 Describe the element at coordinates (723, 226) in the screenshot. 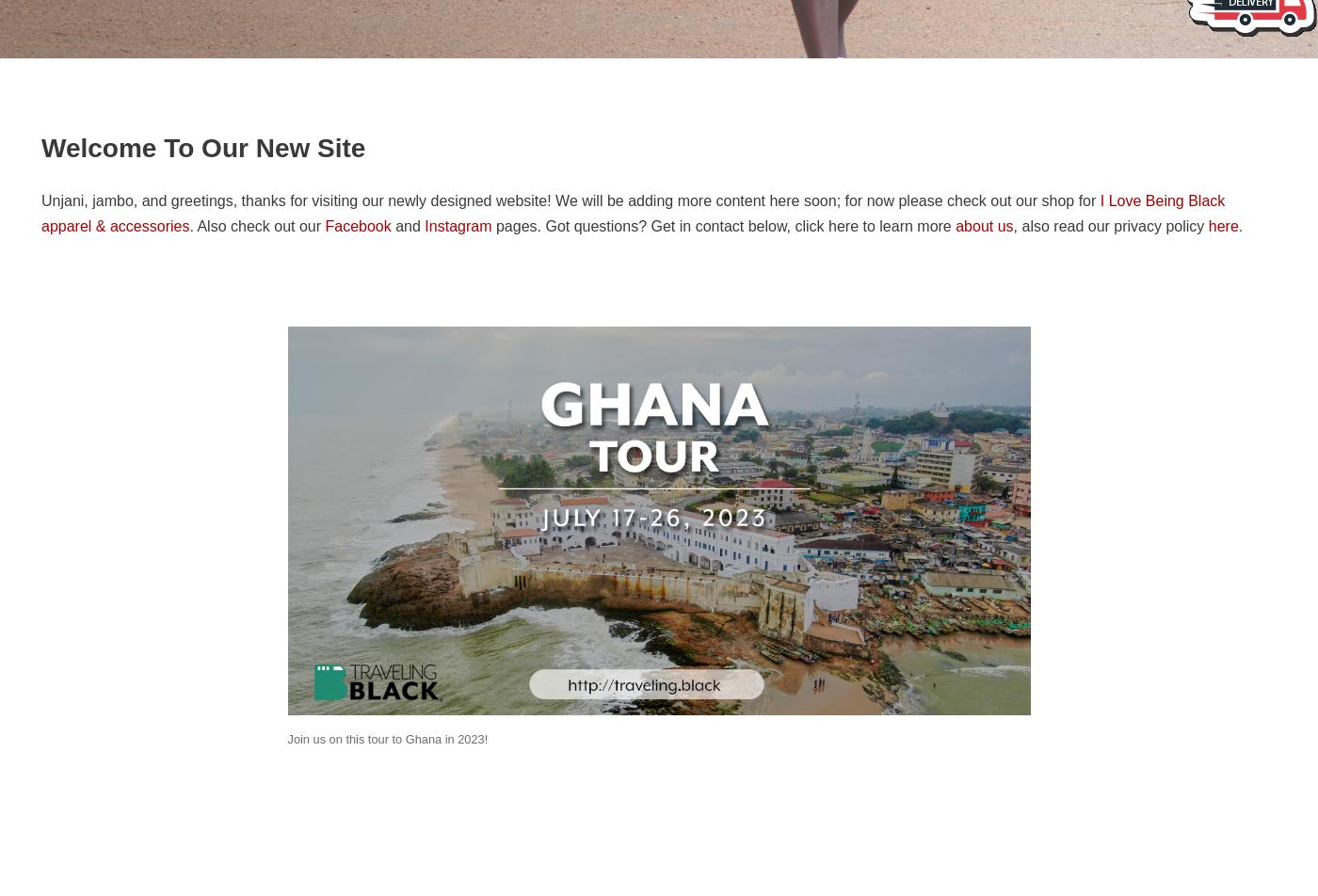

I see `'pages. Got questions? Get in contact below, click here to learn more'` at that location.